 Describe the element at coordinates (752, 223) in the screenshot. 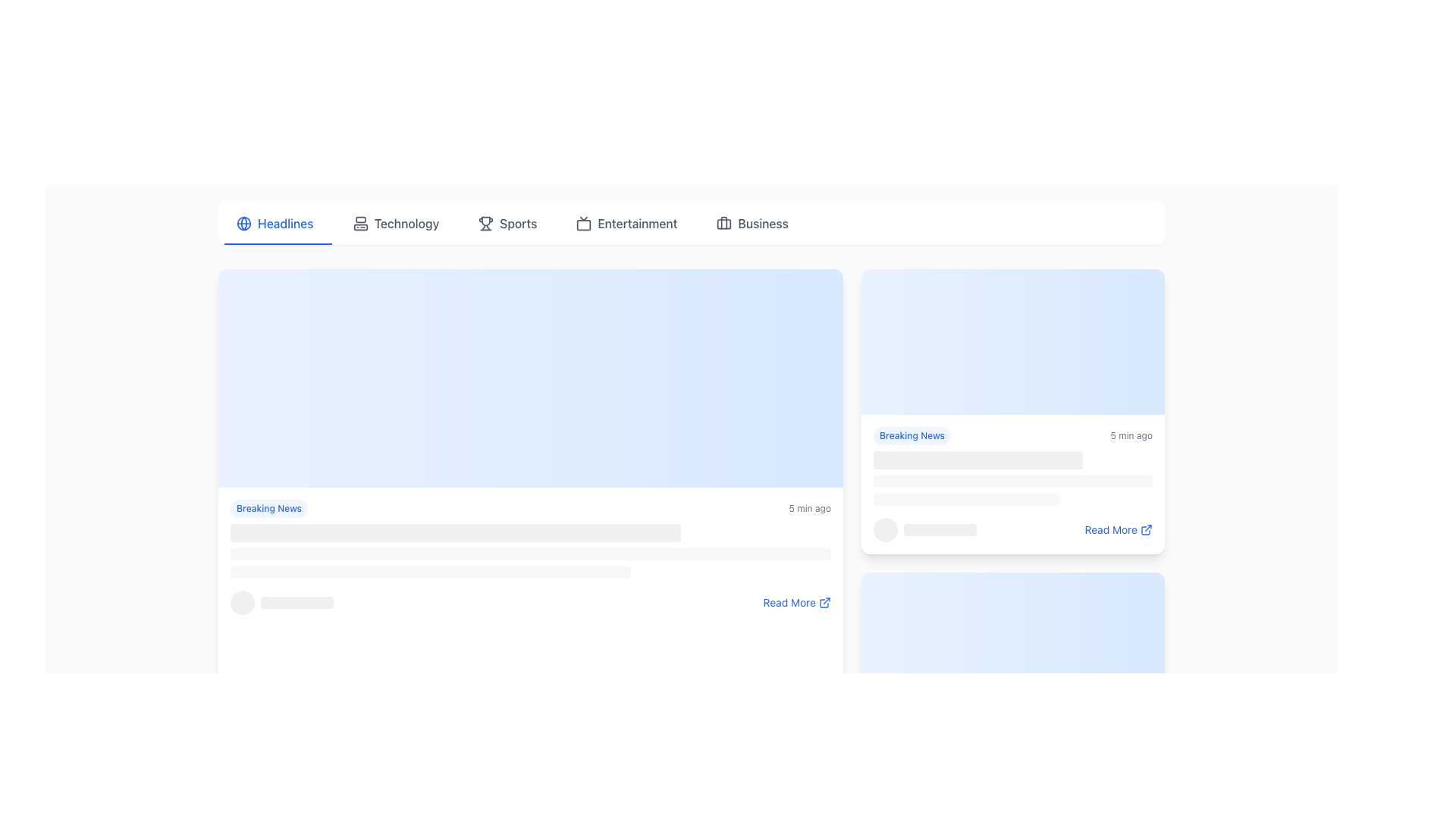

I see `the 'Business' Navigation tab located in the top navigation bar, which is the fifth option in the sequence` at that location.